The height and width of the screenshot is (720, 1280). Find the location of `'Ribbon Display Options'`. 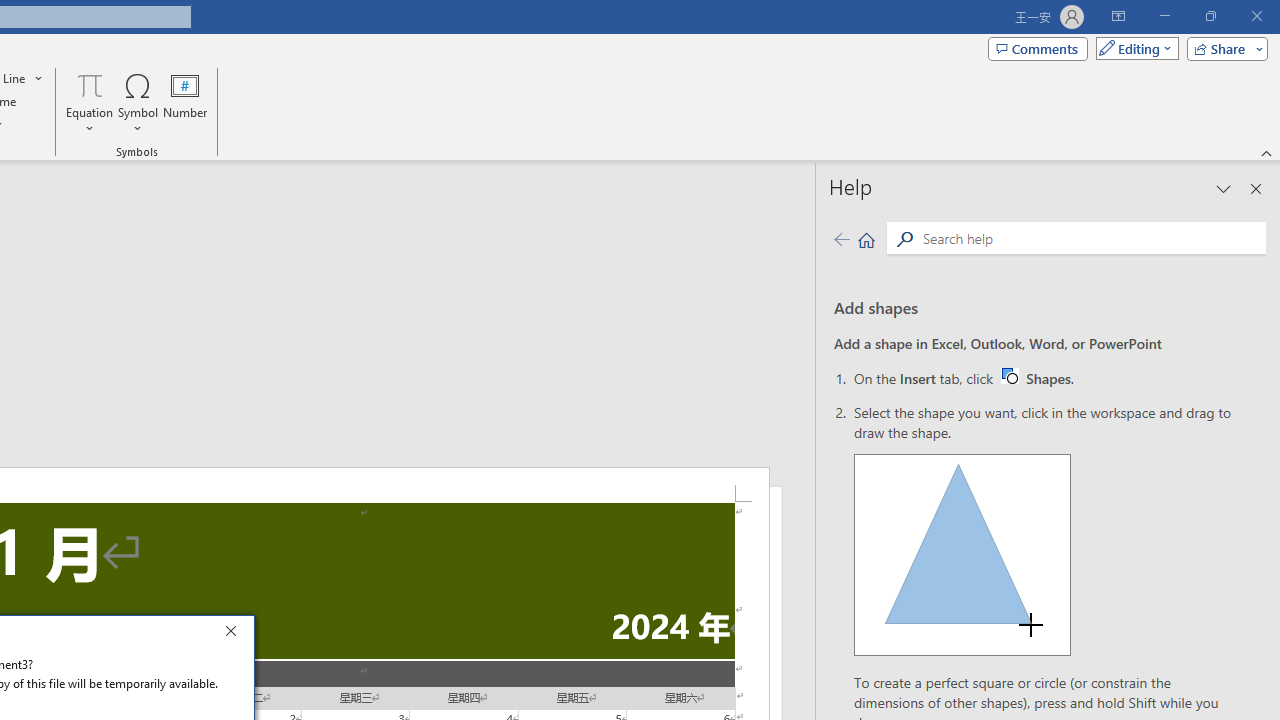

'Ribbon Display Options' is located at coordinates (1117, 16).